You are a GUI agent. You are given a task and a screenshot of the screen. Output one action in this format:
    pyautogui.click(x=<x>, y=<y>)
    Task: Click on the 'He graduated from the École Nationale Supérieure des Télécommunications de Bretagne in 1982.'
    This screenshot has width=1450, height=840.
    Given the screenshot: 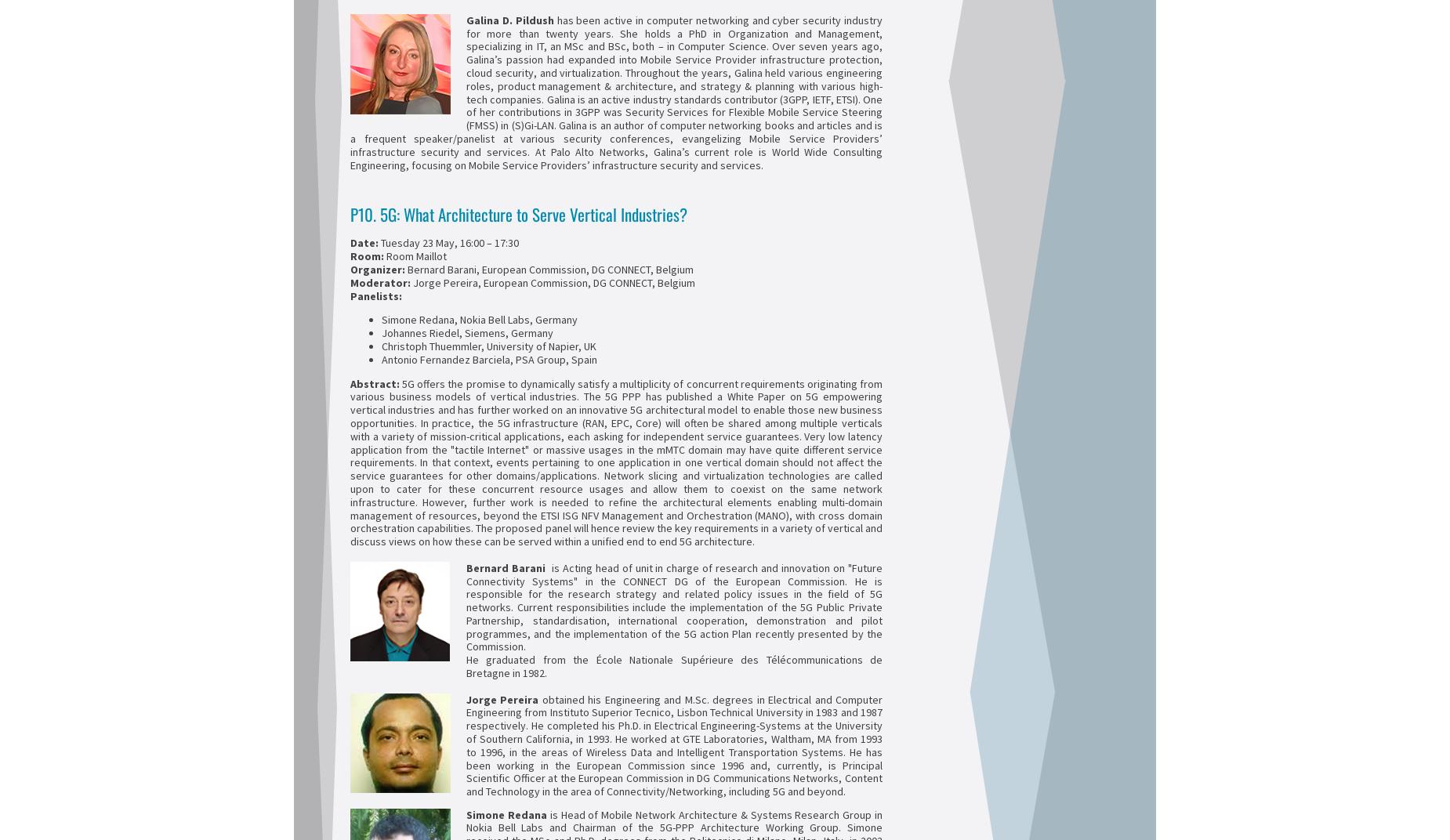 What is the action you would take?
    pyautogui.click(x=674, y=665)
    